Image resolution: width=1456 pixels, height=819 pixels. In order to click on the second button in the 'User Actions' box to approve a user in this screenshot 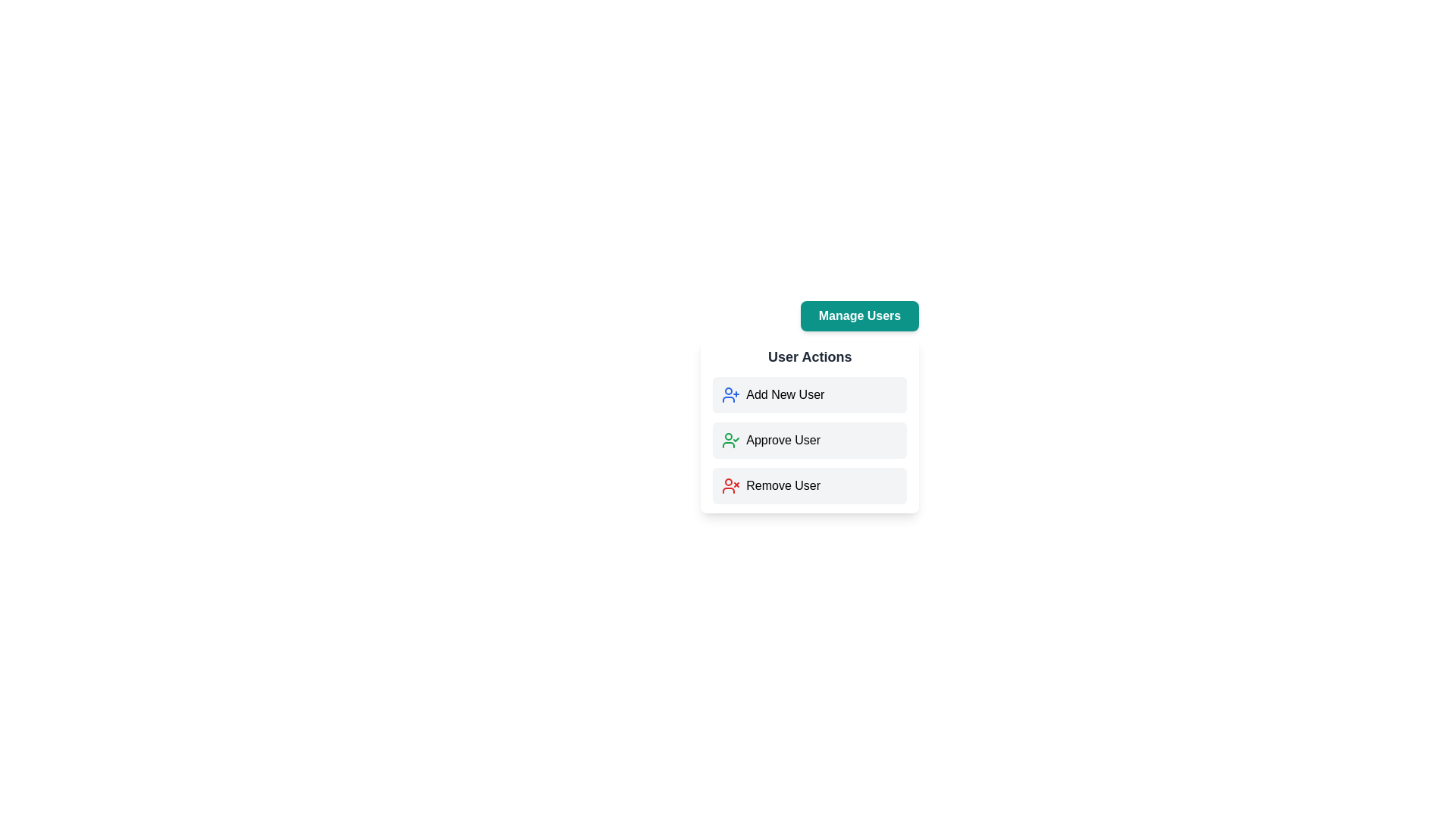, I will do `click(859, 447)`.